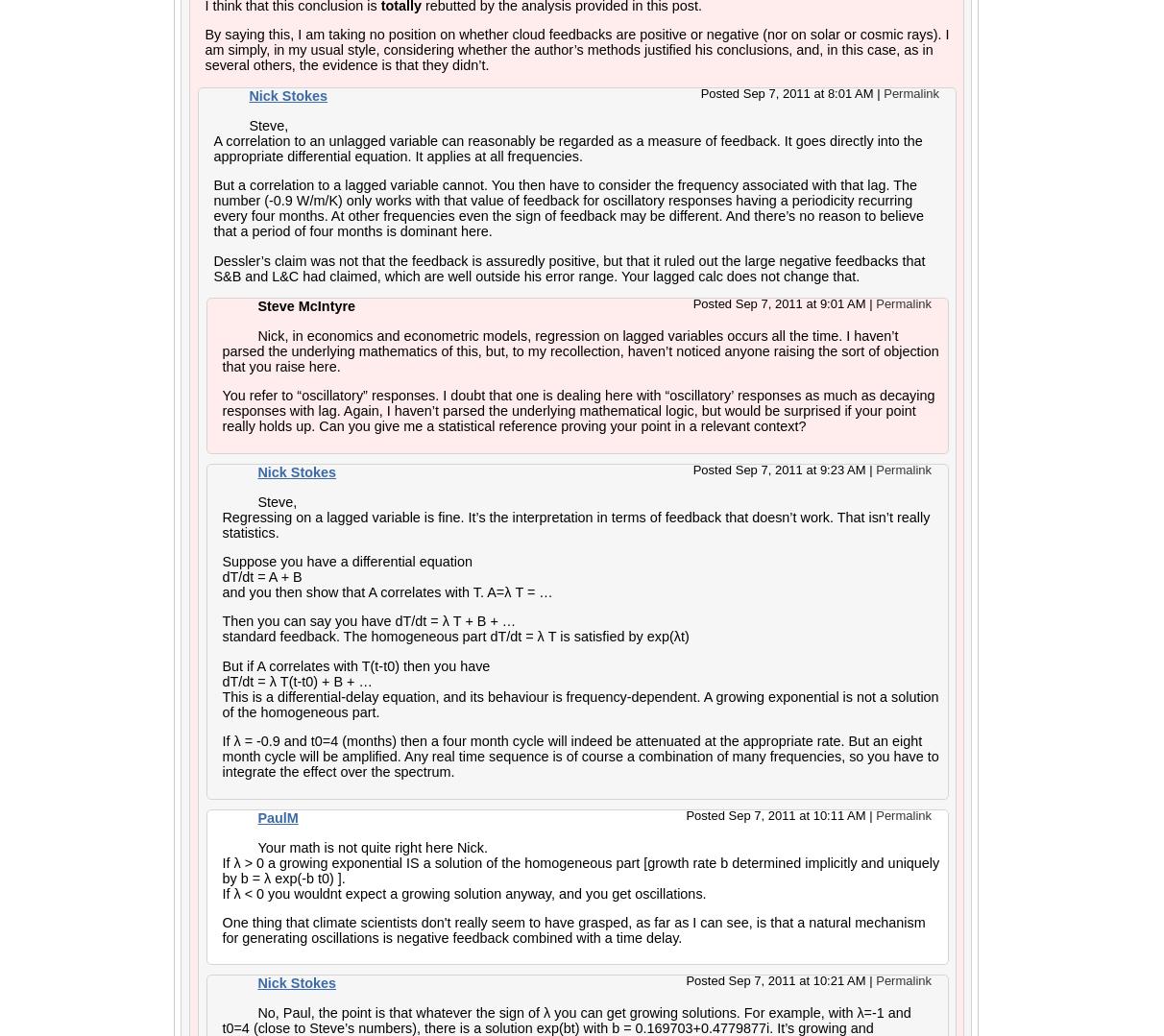  I want to click on 'You refer to “oscillatory” responses.  I doubt that one is dealing here with “oscillatory’ responses as much as decaying responses with lag.   Again, I haven’t parsed the underlying mathematical logic, but would be surprised if your point really holds up. Can you give me a statistical reference proving your point in a relevant context?', so click(578, 411).